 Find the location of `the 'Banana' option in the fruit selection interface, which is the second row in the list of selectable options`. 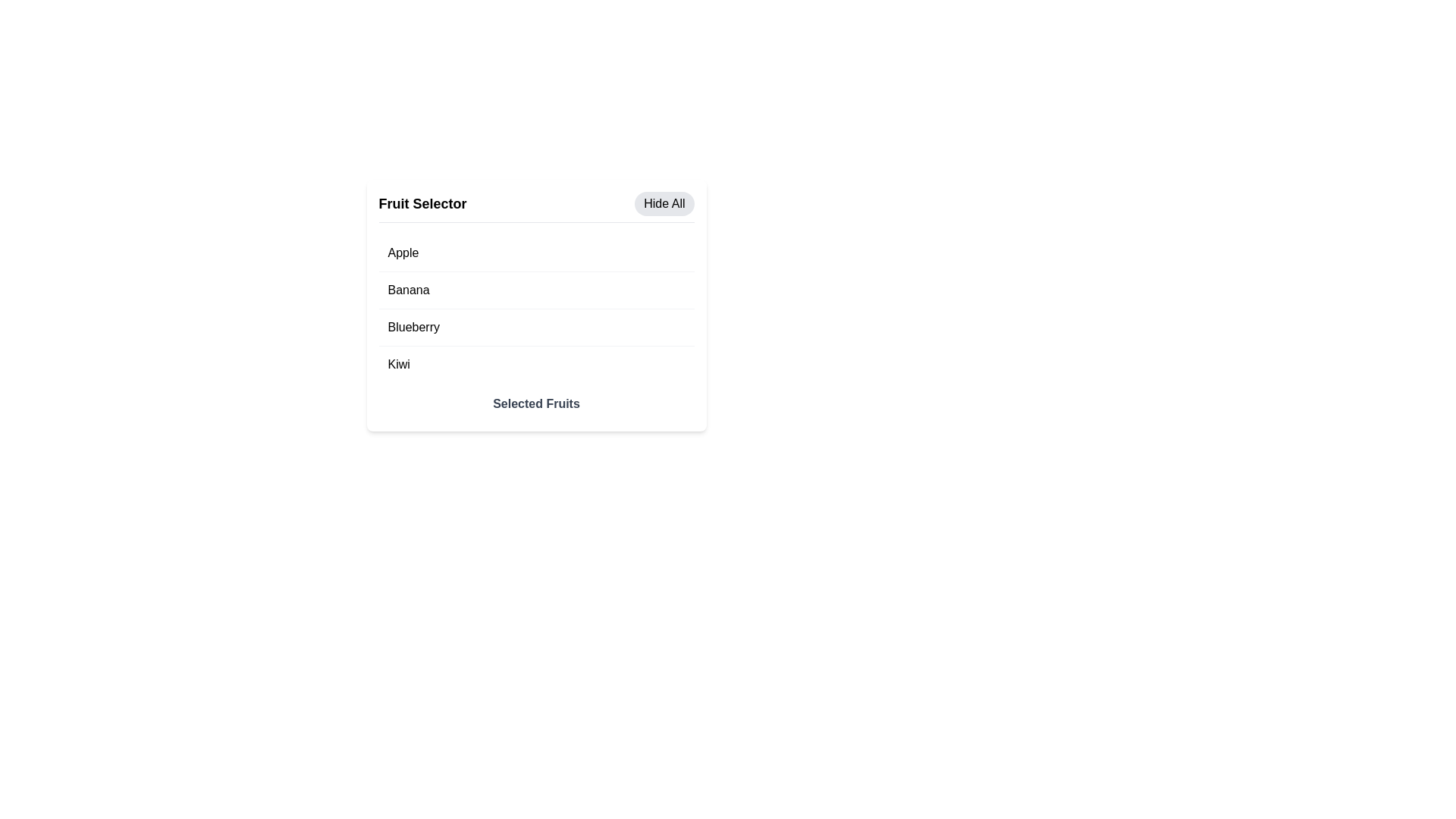

the 'Banana' option in the fruit selection interface, which is the second row in the list of selectable options is located at coordinates (536, 290).